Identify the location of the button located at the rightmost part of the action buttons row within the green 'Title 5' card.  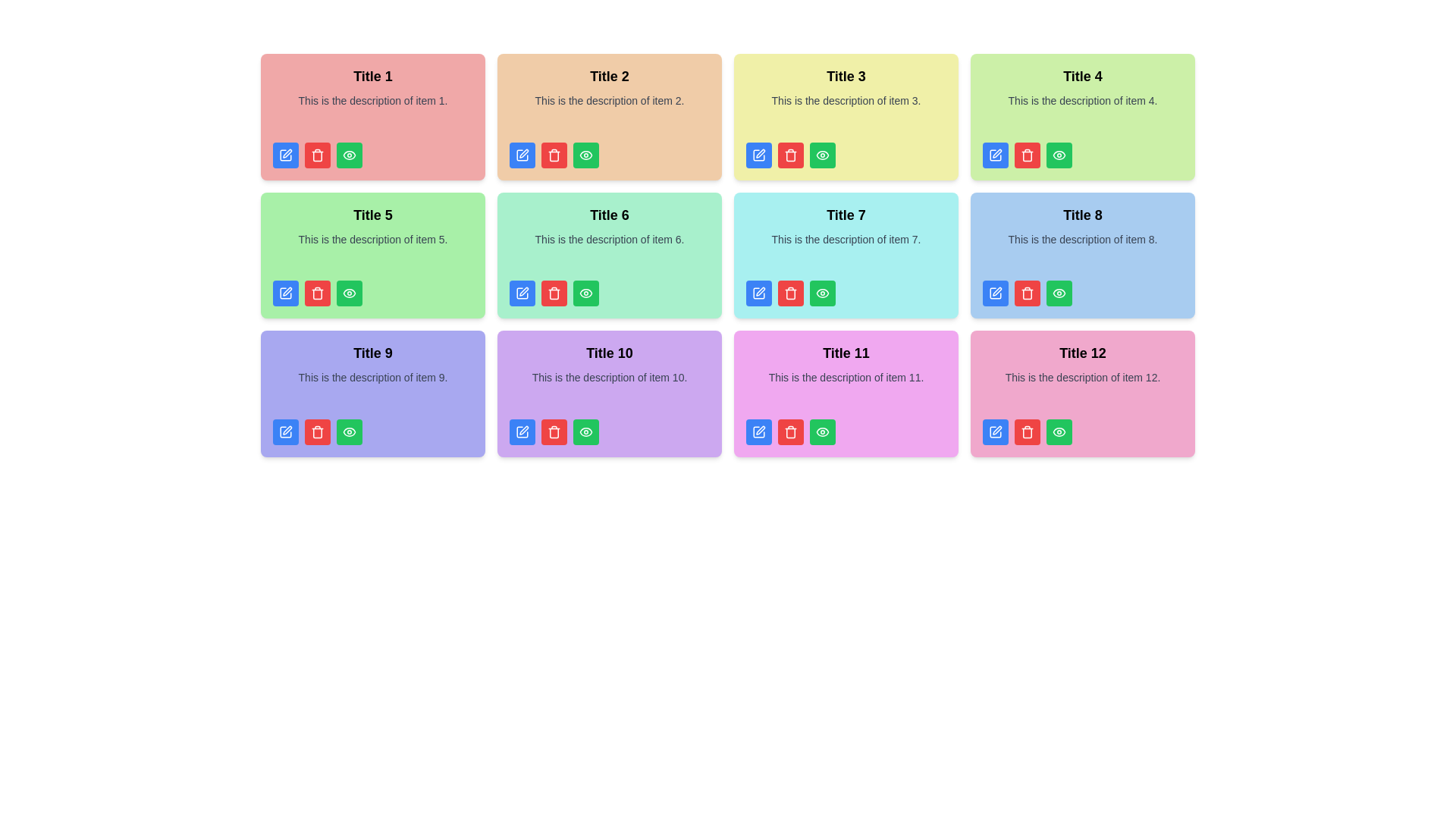
(348, 293).